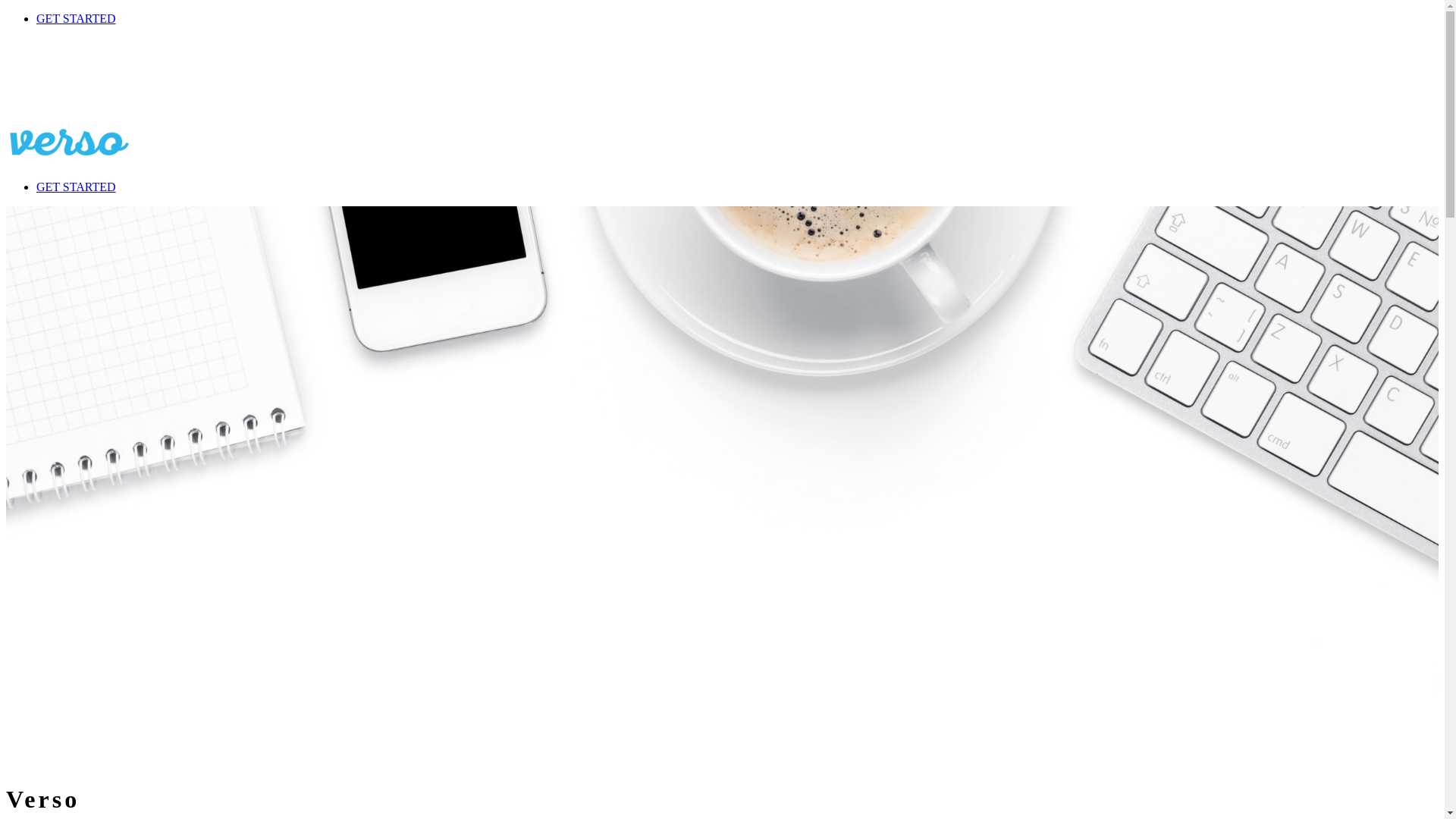 Image resolution: width=1456 pixels, height=819 pixels. Describe the element at coordinates (75, 18) in the screenshot. I see `'GET STARTED'` at that location.